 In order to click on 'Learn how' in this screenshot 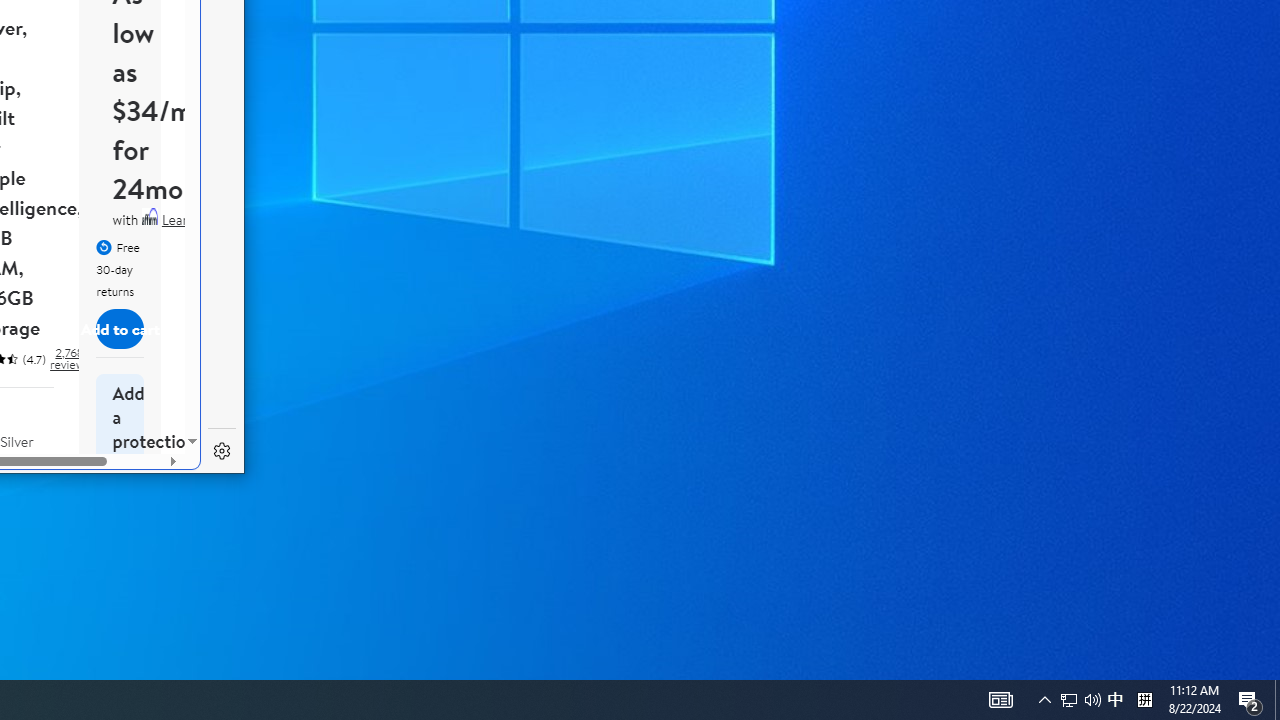, I will do `click(192, 220)`.